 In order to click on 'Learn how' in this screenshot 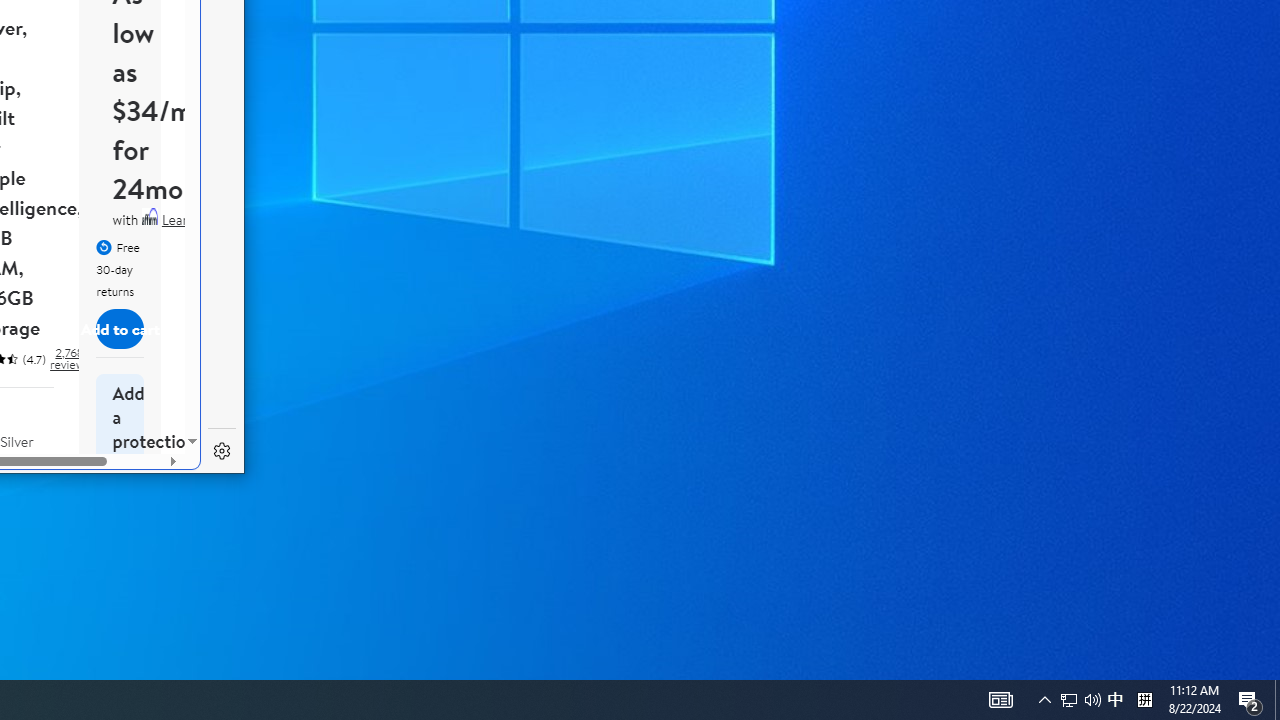, I will do `click(192, 220)`.